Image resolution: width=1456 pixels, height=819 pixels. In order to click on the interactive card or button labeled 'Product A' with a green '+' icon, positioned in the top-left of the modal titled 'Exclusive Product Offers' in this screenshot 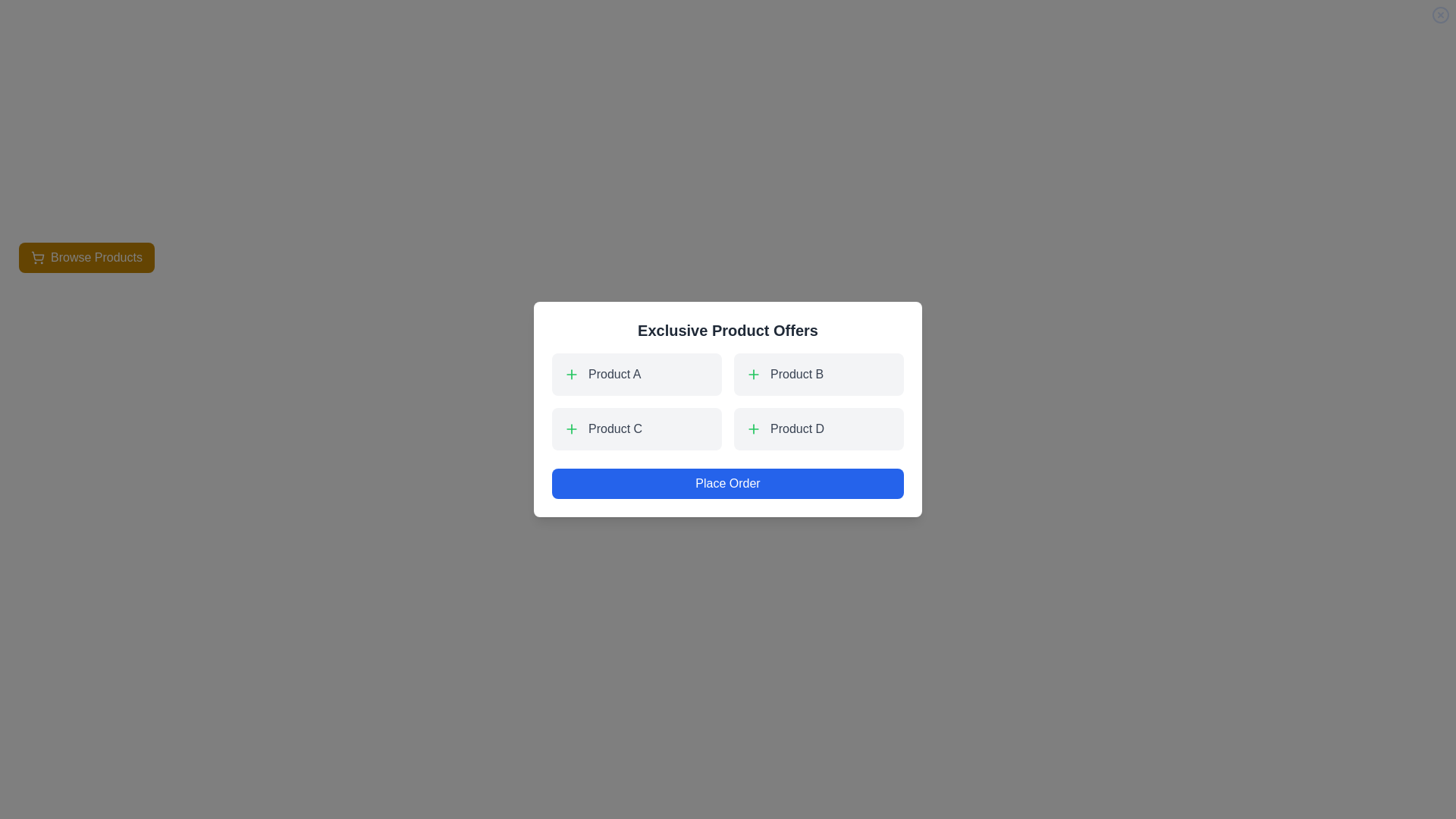, I will do `click(637, 374)`.